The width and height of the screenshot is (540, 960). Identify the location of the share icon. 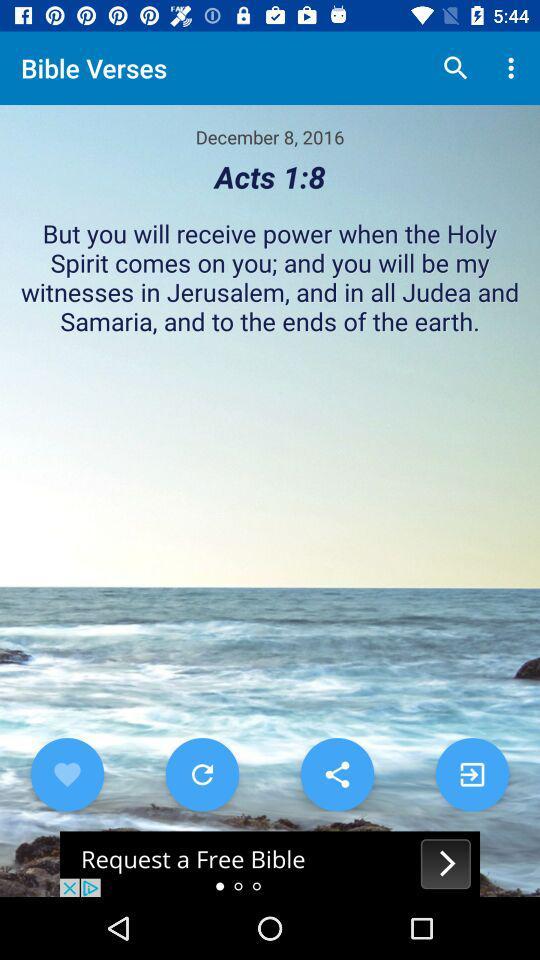
(337, 773).